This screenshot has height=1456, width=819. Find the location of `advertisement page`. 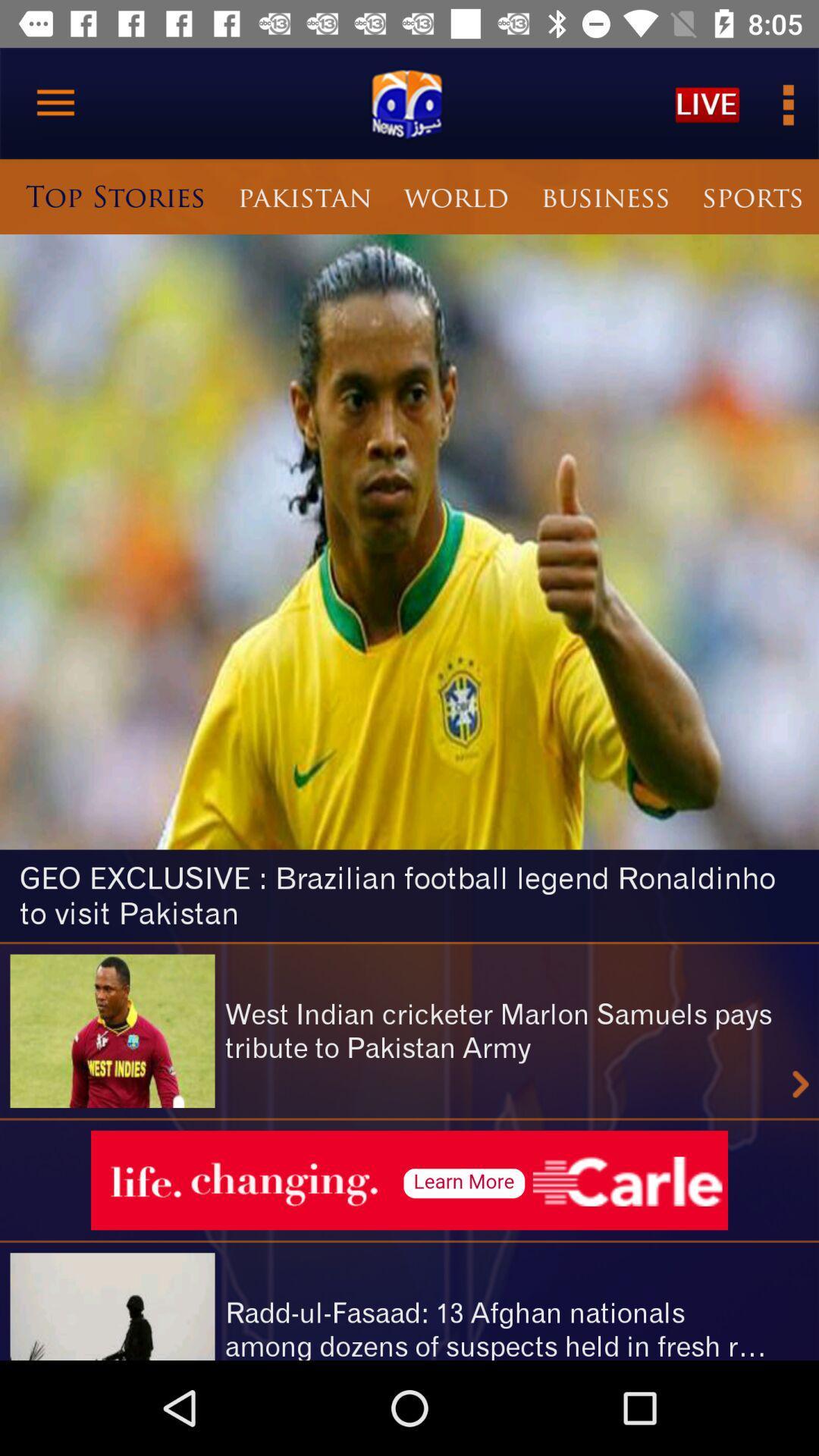

advertisement page is located at coordinates (409, 1179).